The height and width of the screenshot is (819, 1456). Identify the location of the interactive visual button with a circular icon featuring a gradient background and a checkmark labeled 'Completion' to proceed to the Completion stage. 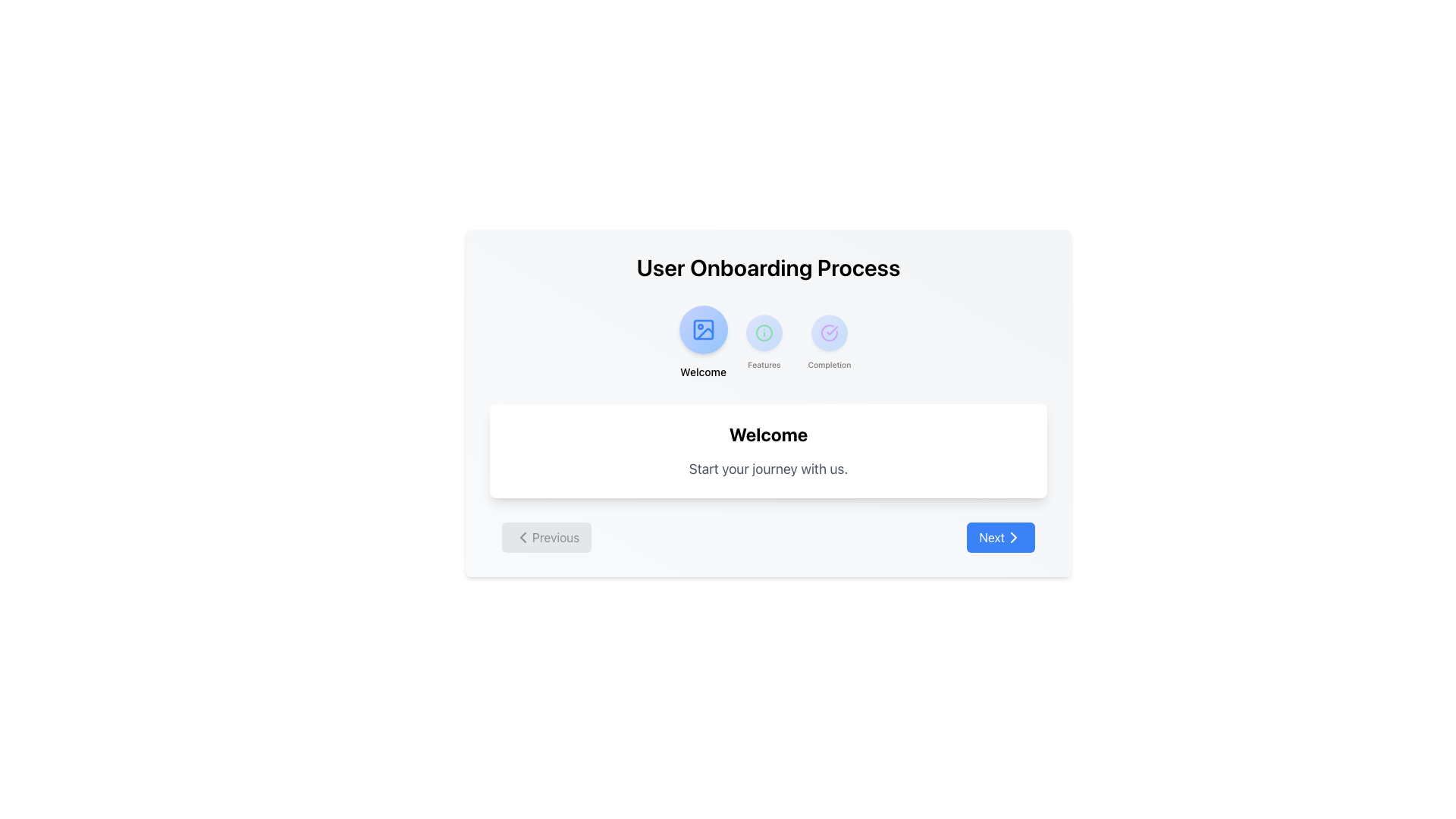
(828, 342).